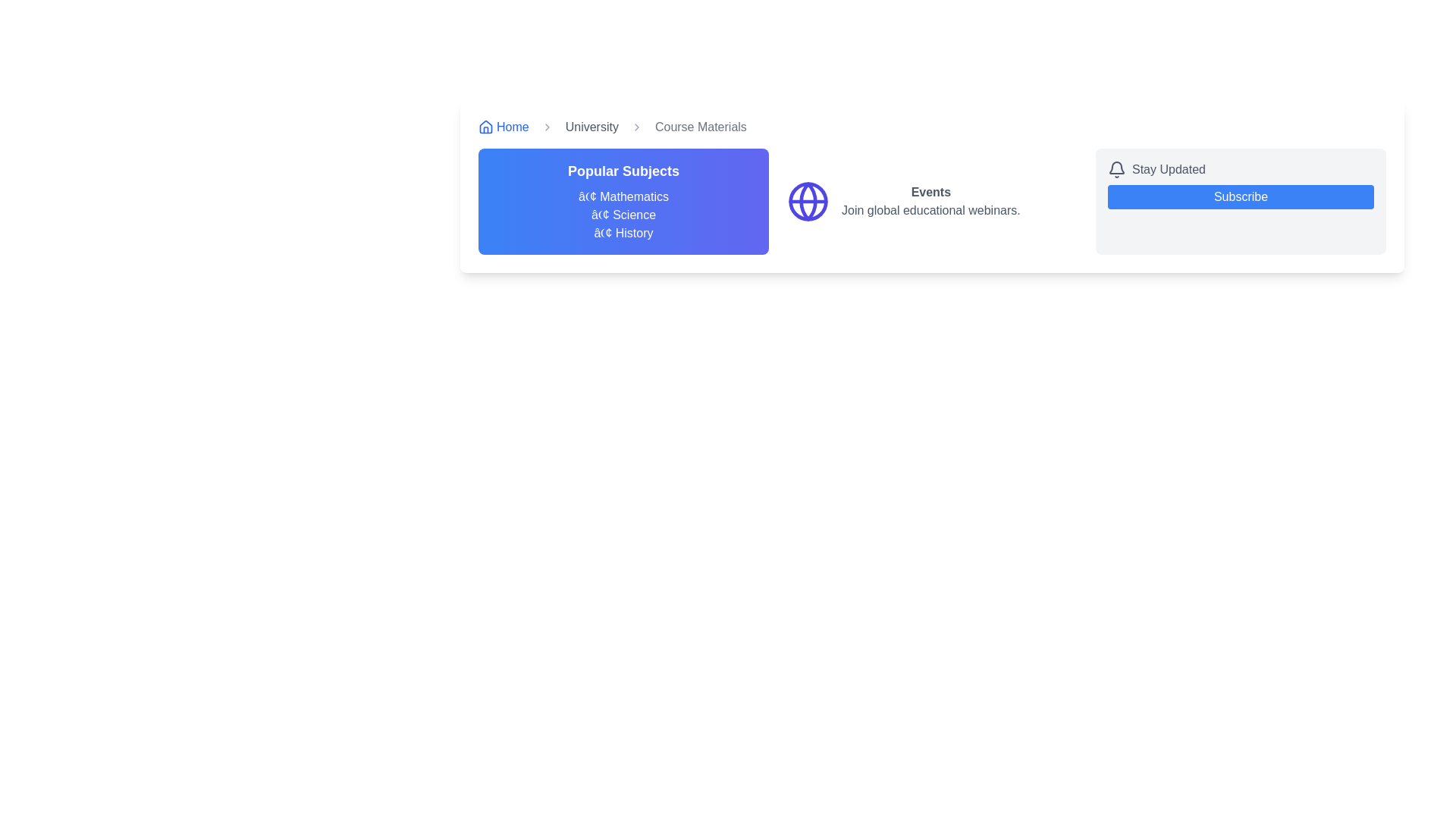 Image resolution: width=1456 pixels, height=819 pixels. What do you see at coordinates (931, 201) in the screenshot?
I see `the informational section that highlights educational webinars, positioned centrally between 'Popular Subjects' and 'Stay Updated', with a globe icon on the left and text on the right` at bounding box center [931, 201].